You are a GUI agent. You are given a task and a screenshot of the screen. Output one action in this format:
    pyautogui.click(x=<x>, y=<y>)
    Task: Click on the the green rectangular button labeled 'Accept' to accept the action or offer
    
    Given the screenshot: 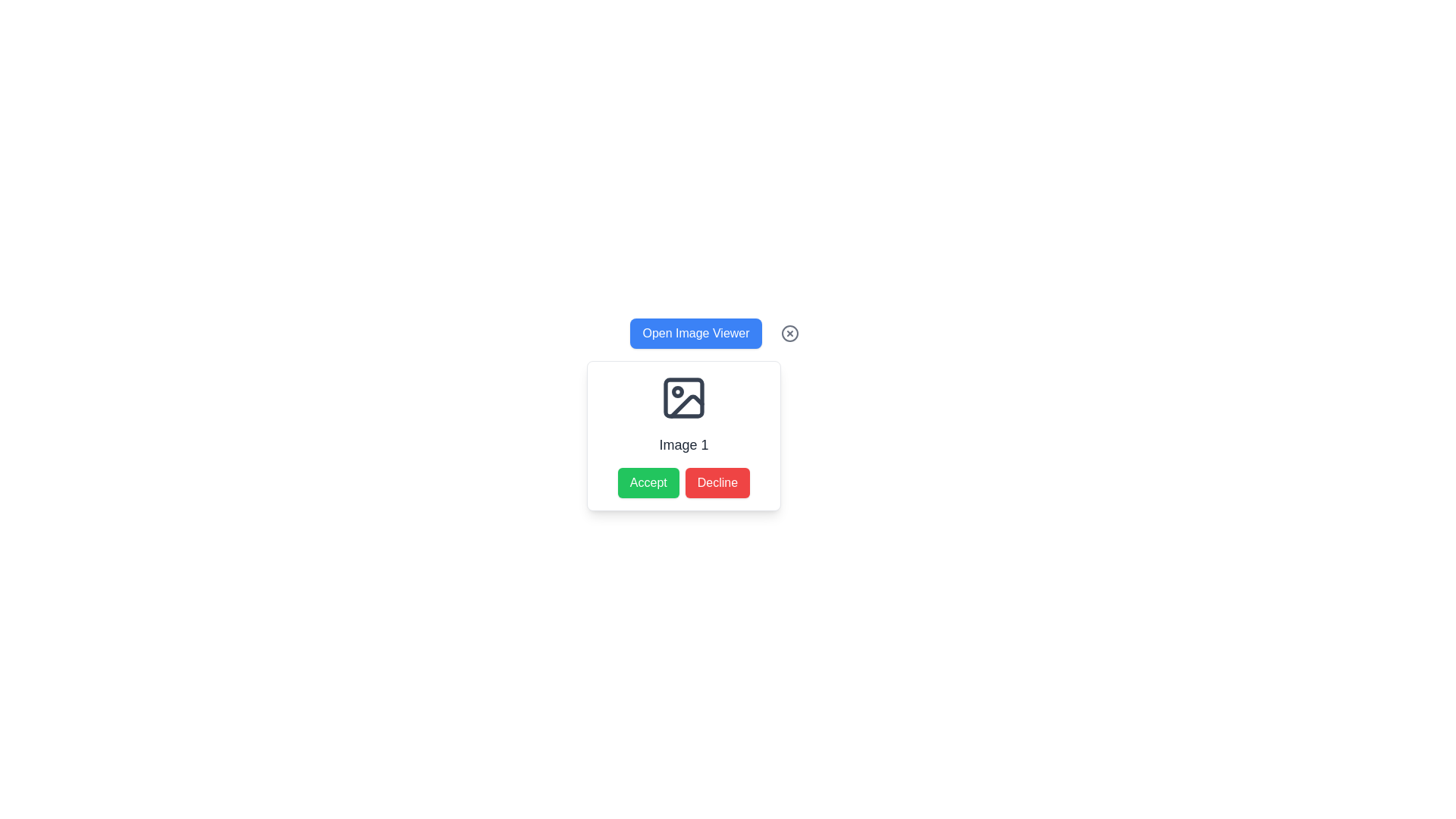 What is the action you would take?
    pyautogui.click(x=648, y=482)
    